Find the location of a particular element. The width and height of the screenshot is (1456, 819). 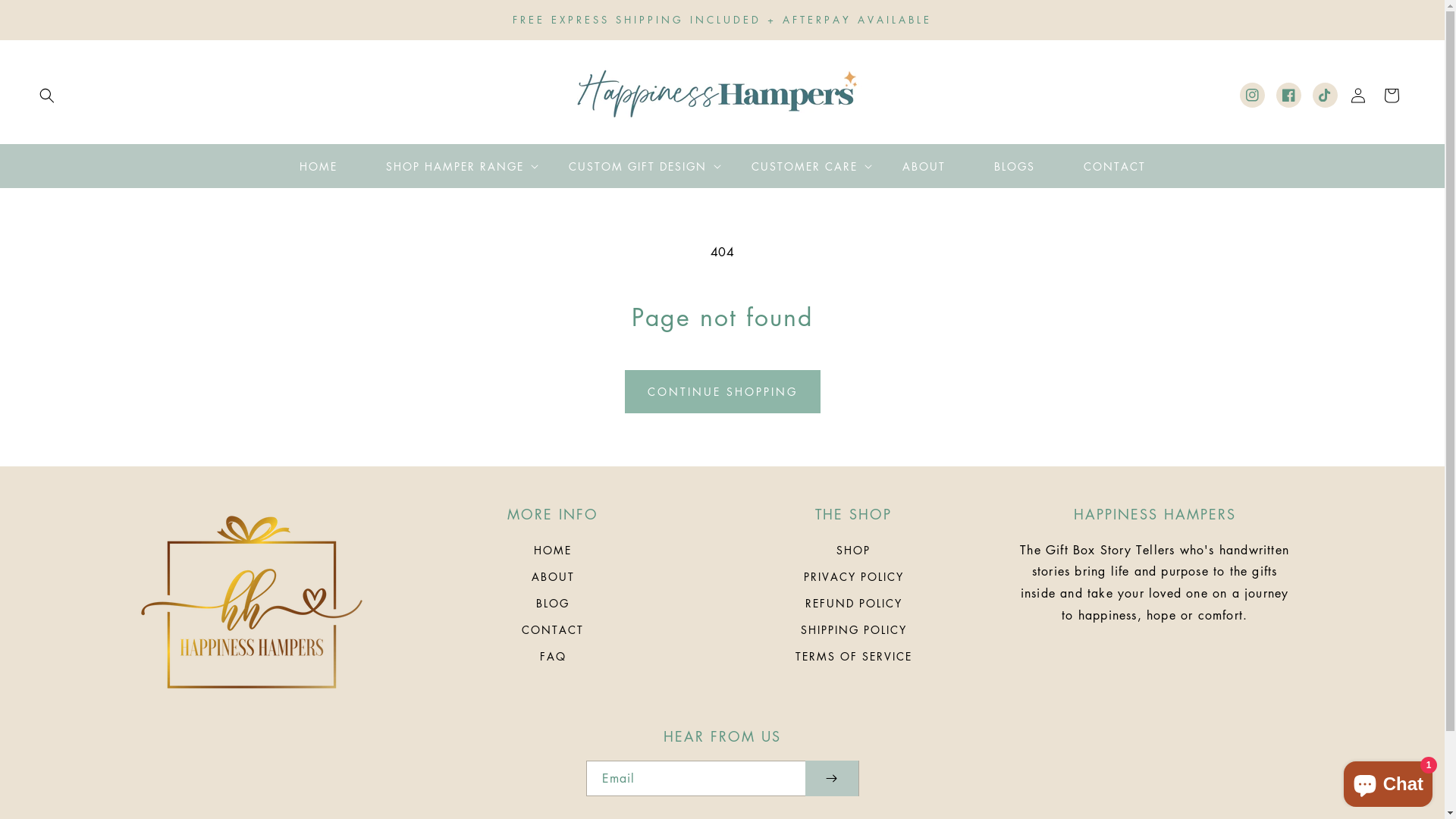

'CONTACT' is located at coordinates (552, 629).